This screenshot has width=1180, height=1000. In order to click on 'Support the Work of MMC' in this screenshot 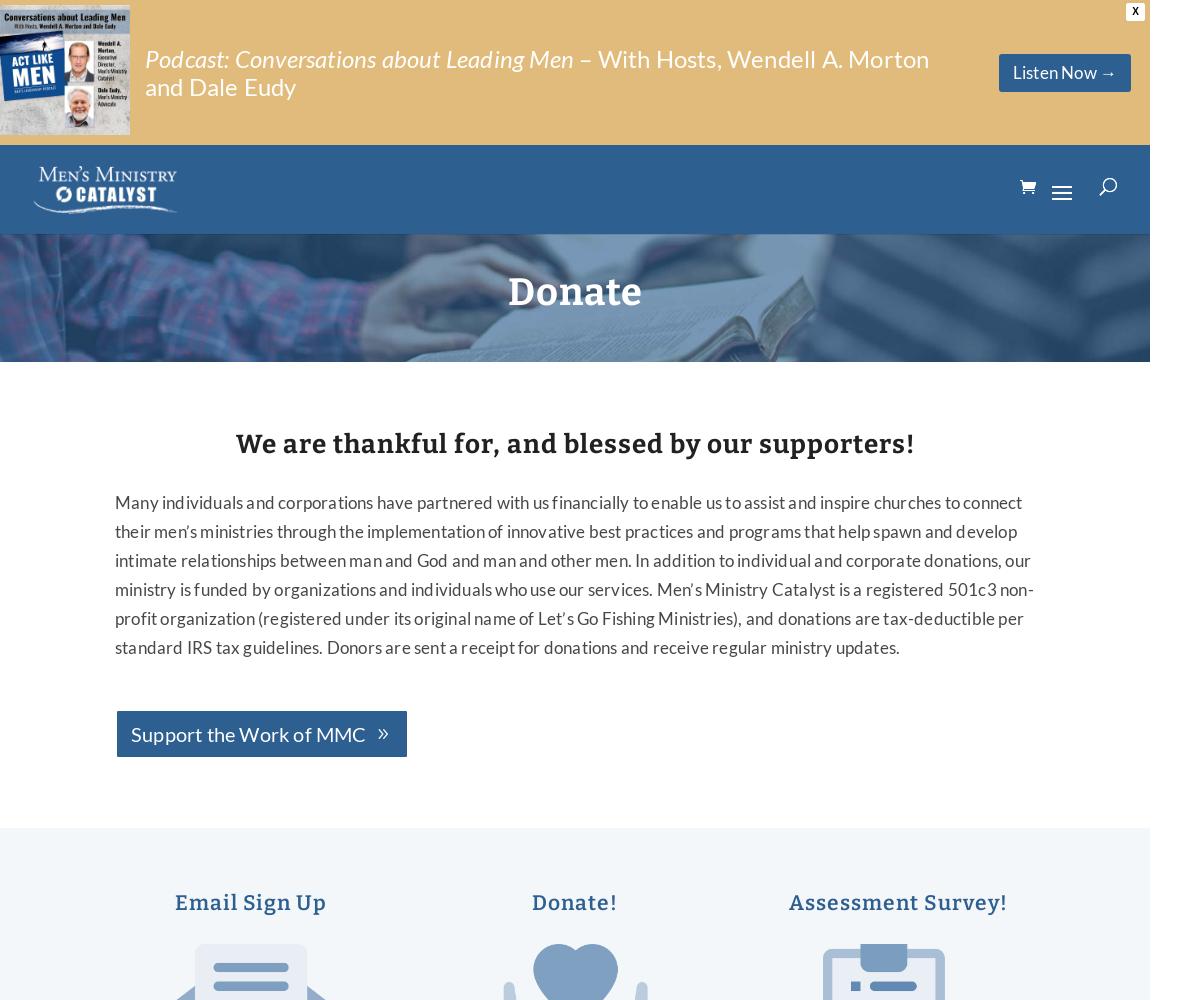, I will do `click(248, 732)`.